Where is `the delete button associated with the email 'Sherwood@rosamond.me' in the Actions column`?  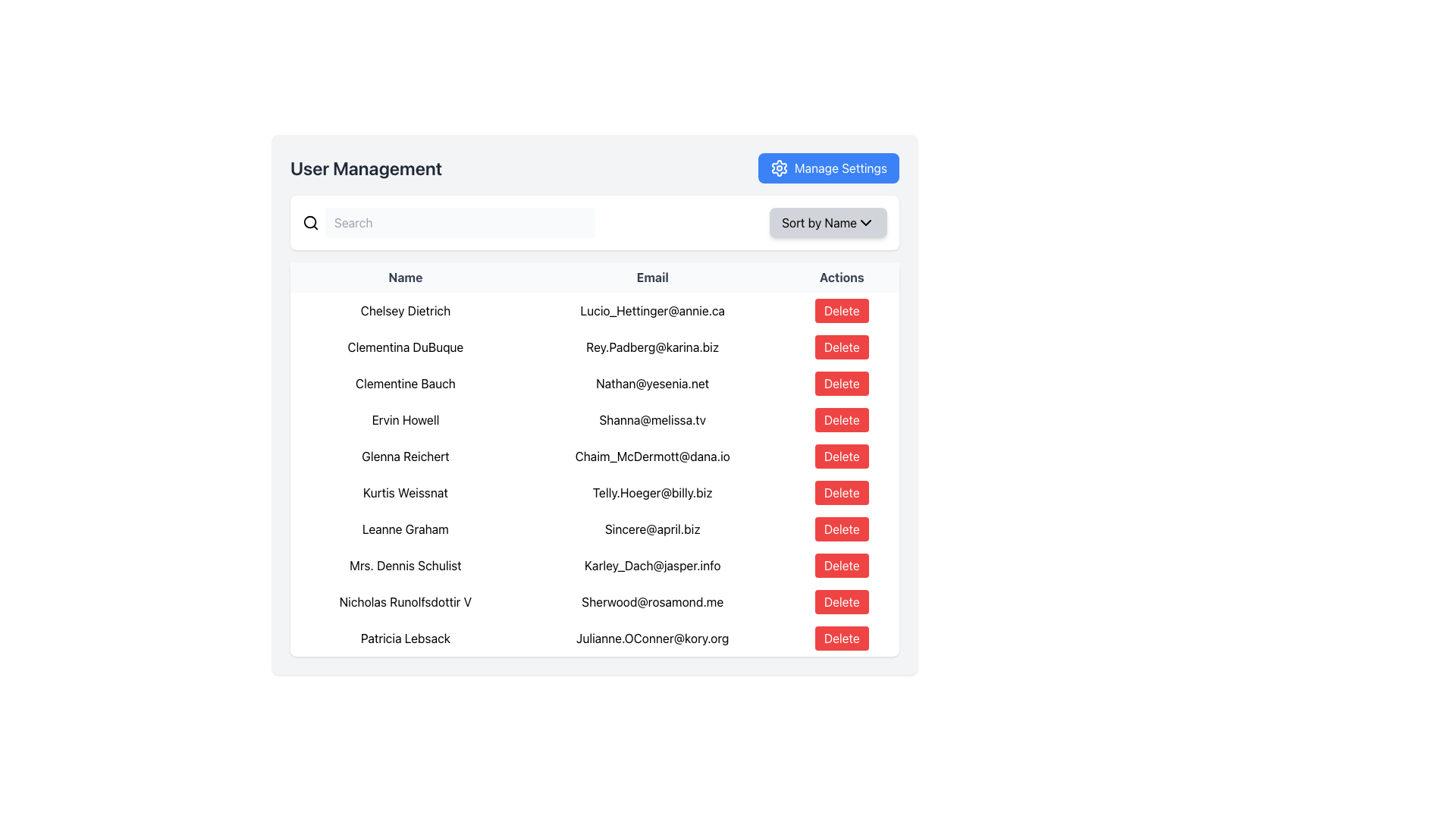 the delete button associated with the email 'Sherwood@rosamond.me' in the Actions column is located at coordinates (840, 601).